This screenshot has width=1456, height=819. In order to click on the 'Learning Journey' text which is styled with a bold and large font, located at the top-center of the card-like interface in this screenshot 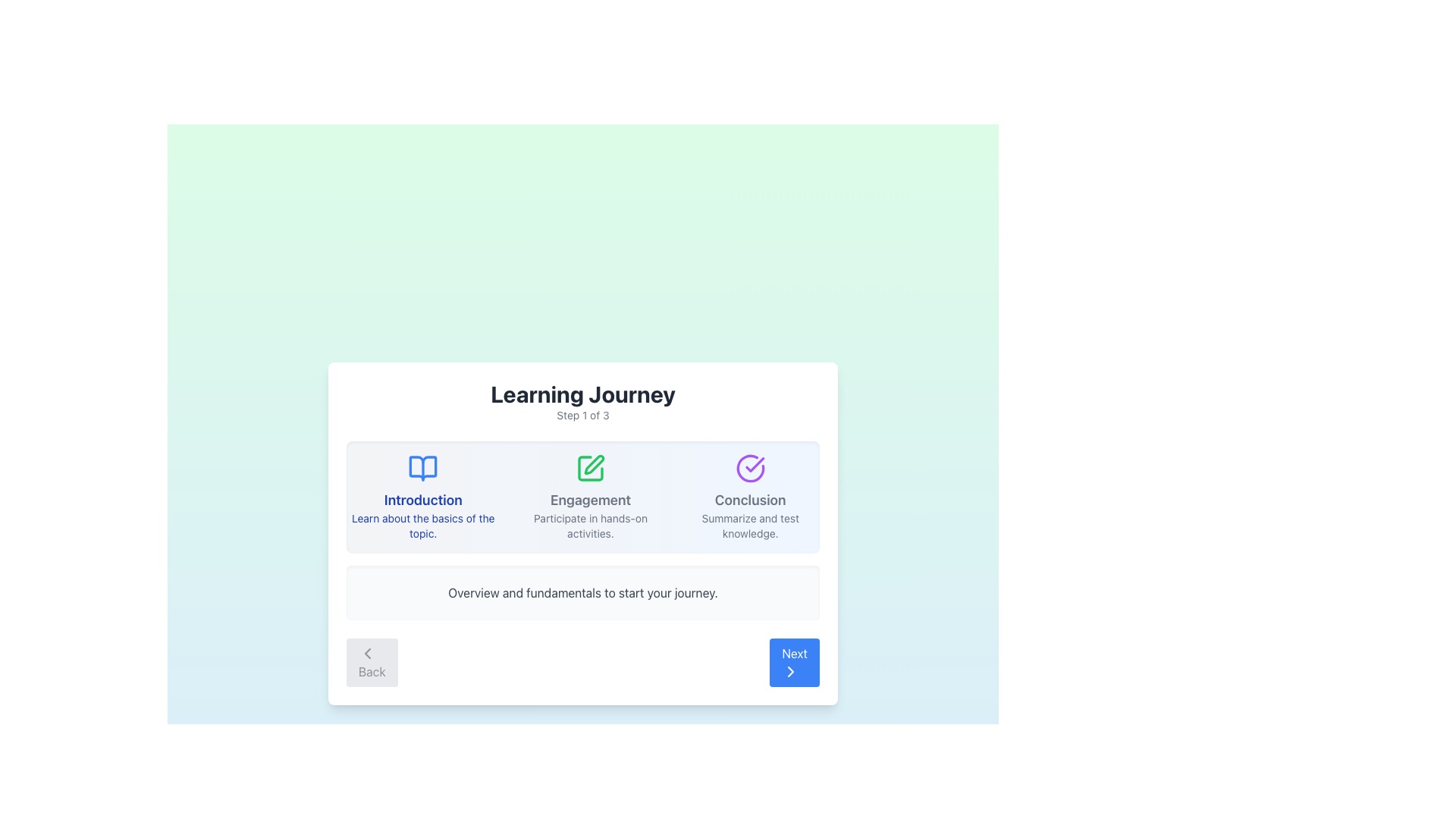, I will do `click(582, 394)`.